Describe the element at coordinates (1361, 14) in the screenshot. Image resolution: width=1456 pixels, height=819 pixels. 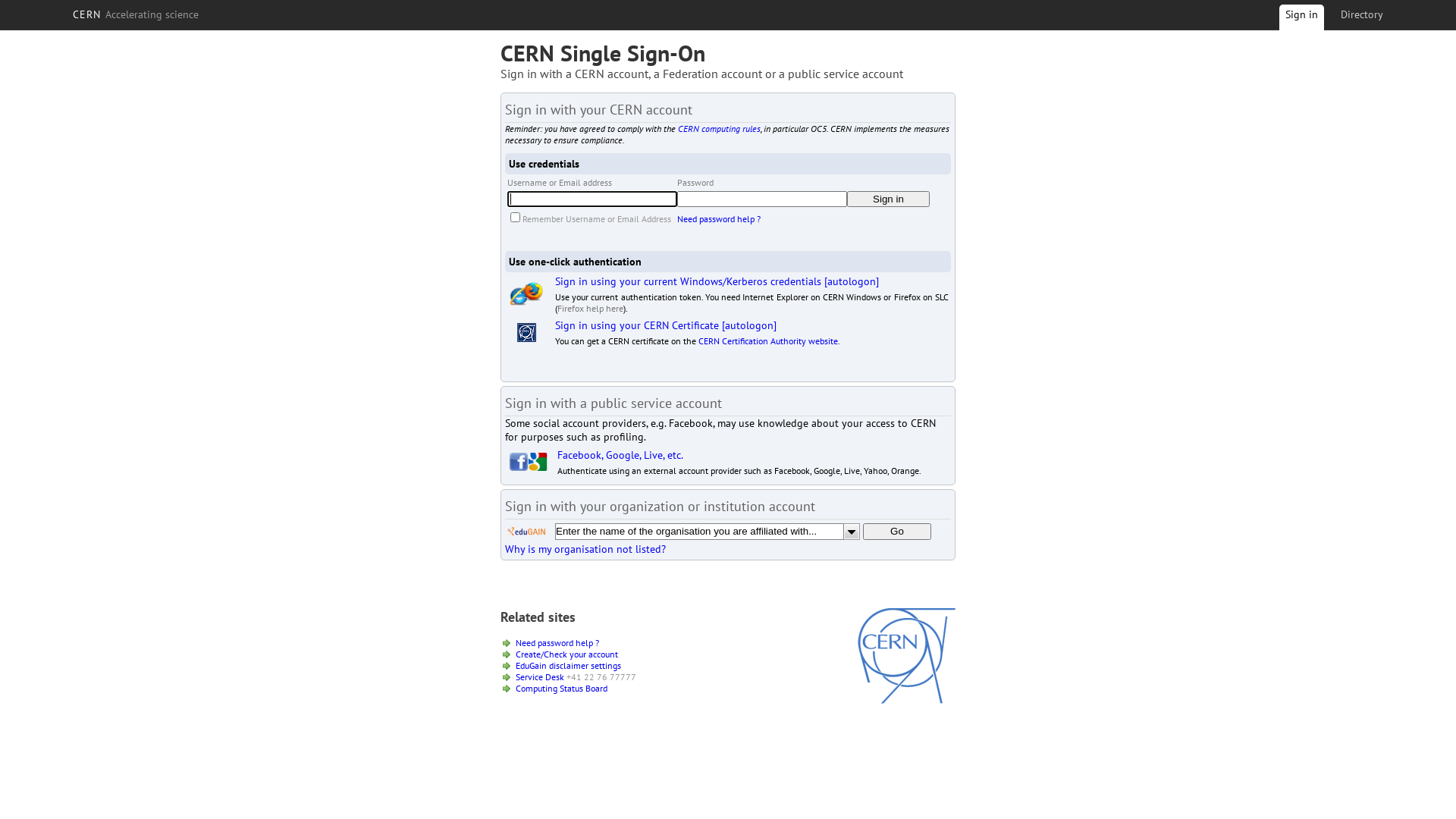
I see `'Directory'` at that location.